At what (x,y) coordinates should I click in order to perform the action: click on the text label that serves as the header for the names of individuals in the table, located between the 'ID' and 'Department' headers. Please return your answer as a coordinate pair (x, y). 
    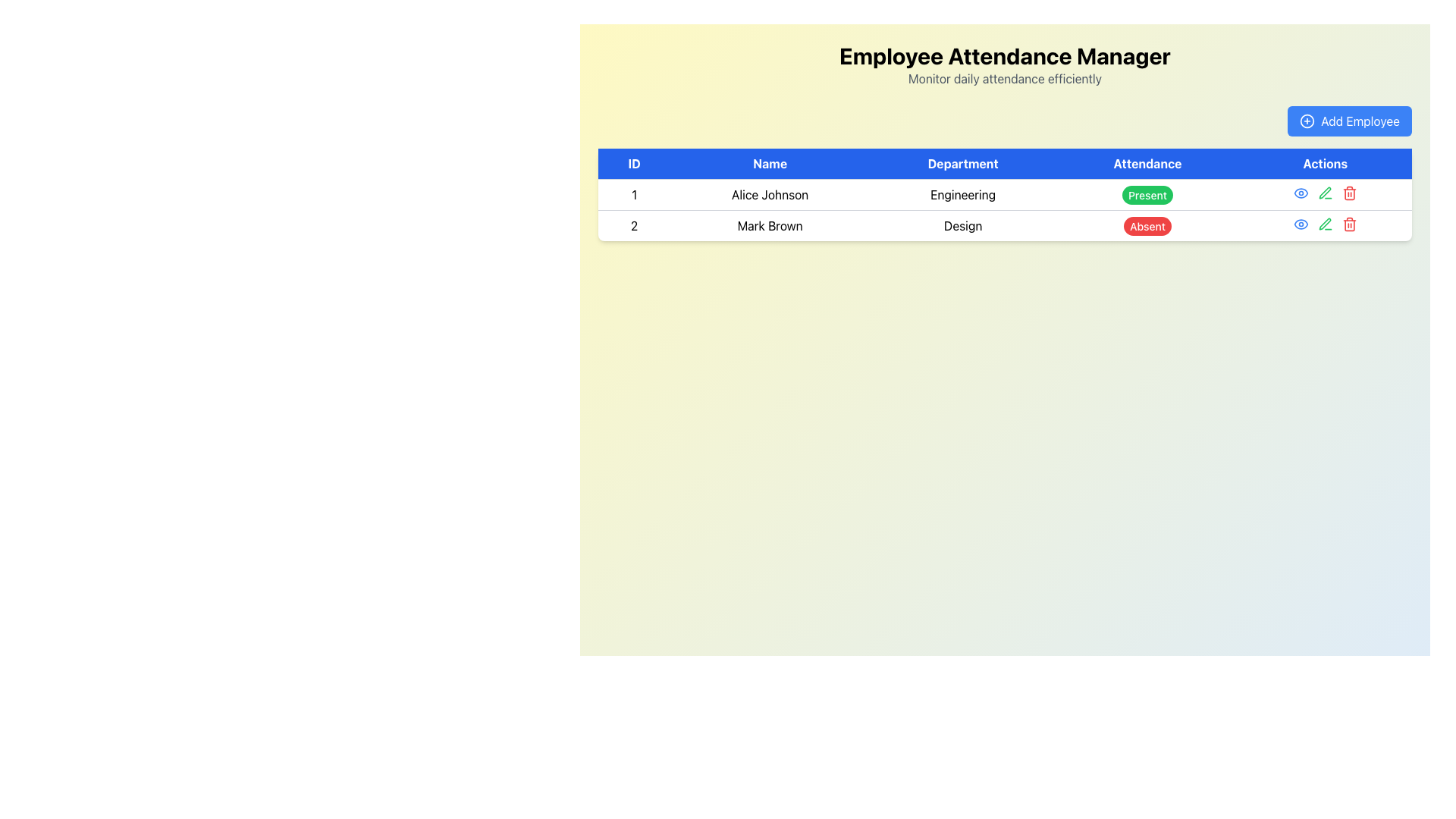
    Looking at the image, I should click on (770, 164).